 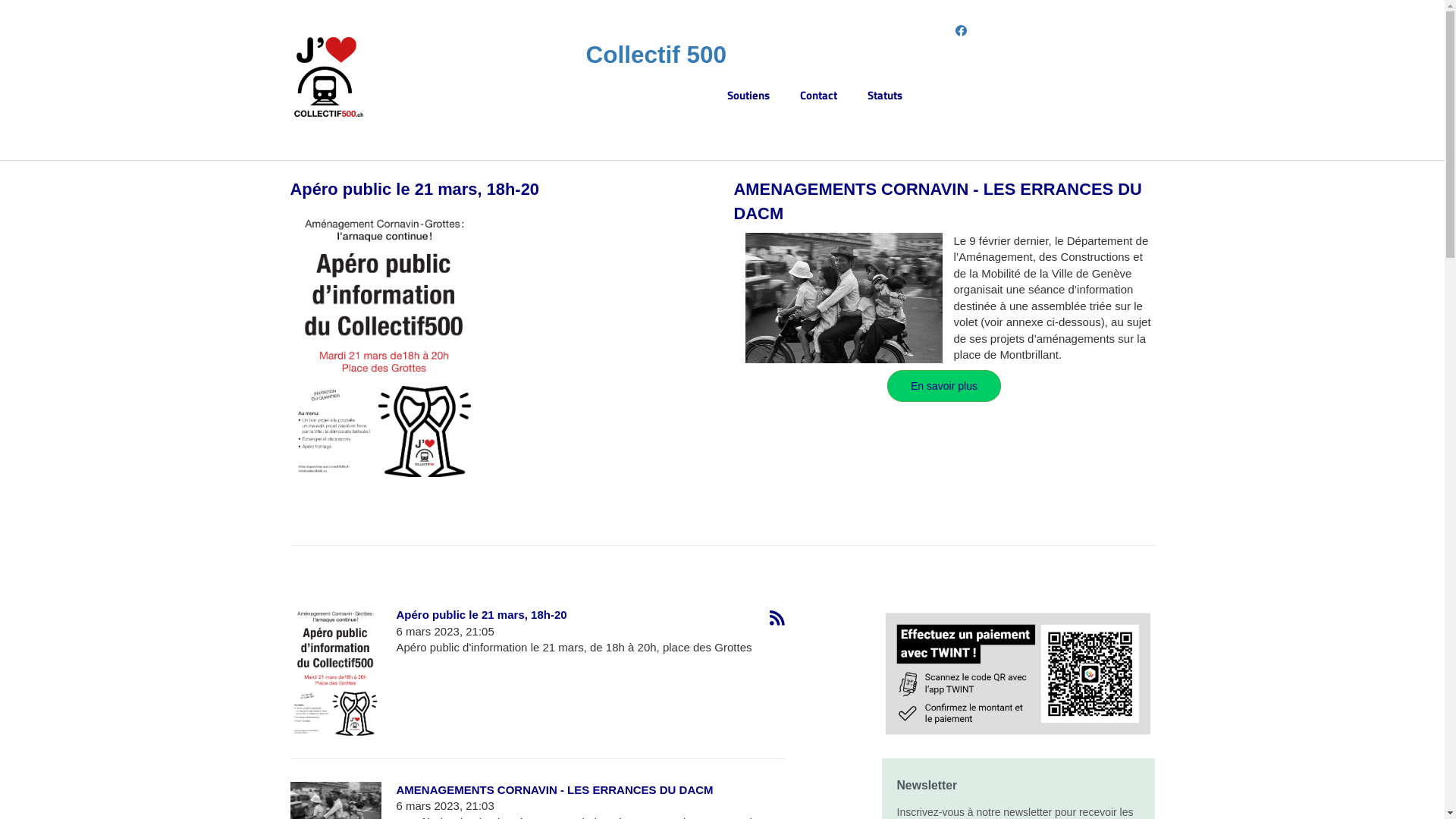 I want to click on 'Facebook', so click(x=954, y=30).